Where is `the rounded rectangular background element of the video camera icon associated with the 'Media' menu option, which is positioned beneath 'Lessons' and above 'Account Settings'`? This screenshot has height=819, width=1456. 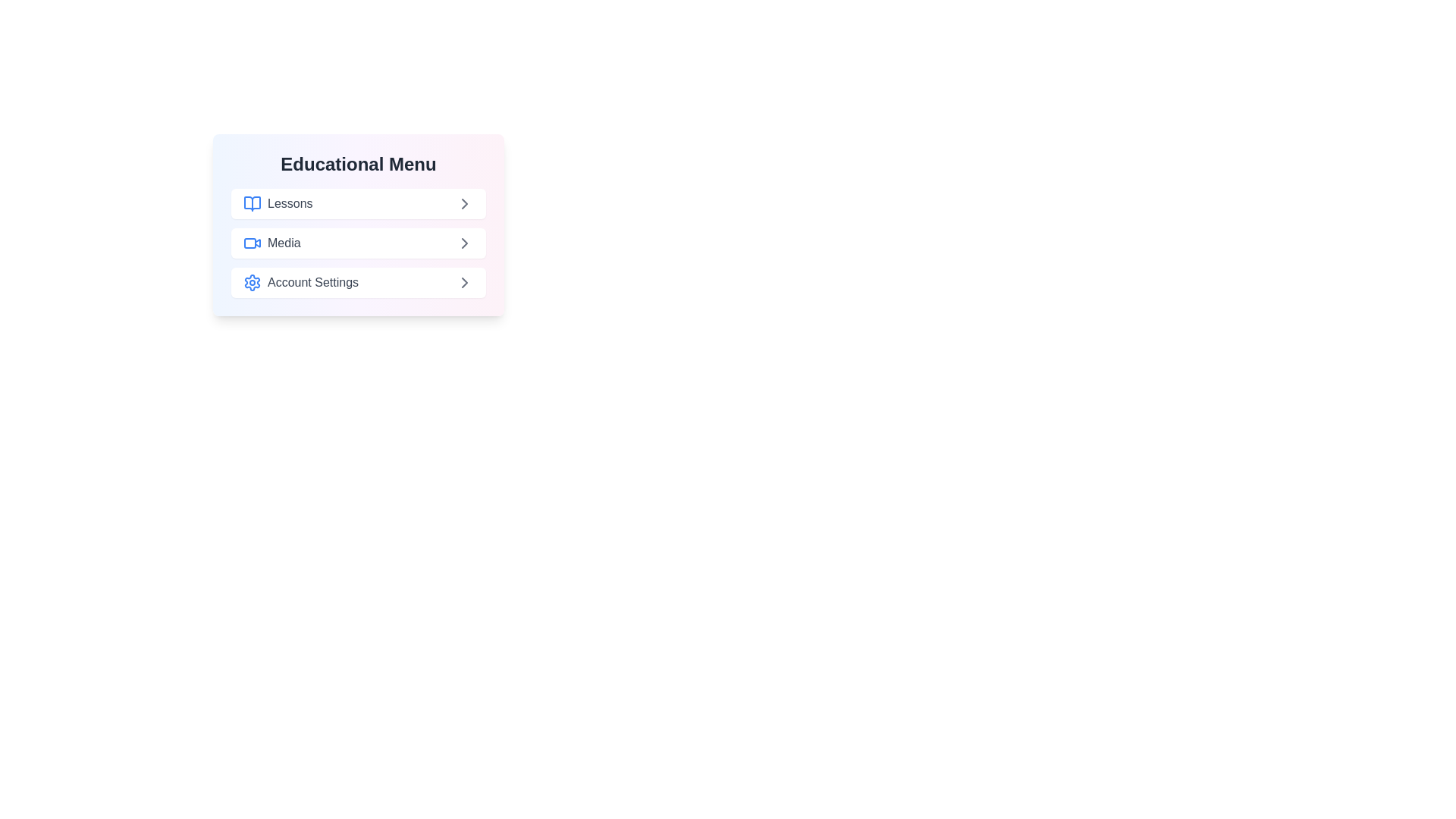 the rounded rectangular background element of the video camera icon associated with the 'Media' menu option, which is positioned beneath 'Lessons' and above 'Account Settings' is located at coordinates (250, 242).